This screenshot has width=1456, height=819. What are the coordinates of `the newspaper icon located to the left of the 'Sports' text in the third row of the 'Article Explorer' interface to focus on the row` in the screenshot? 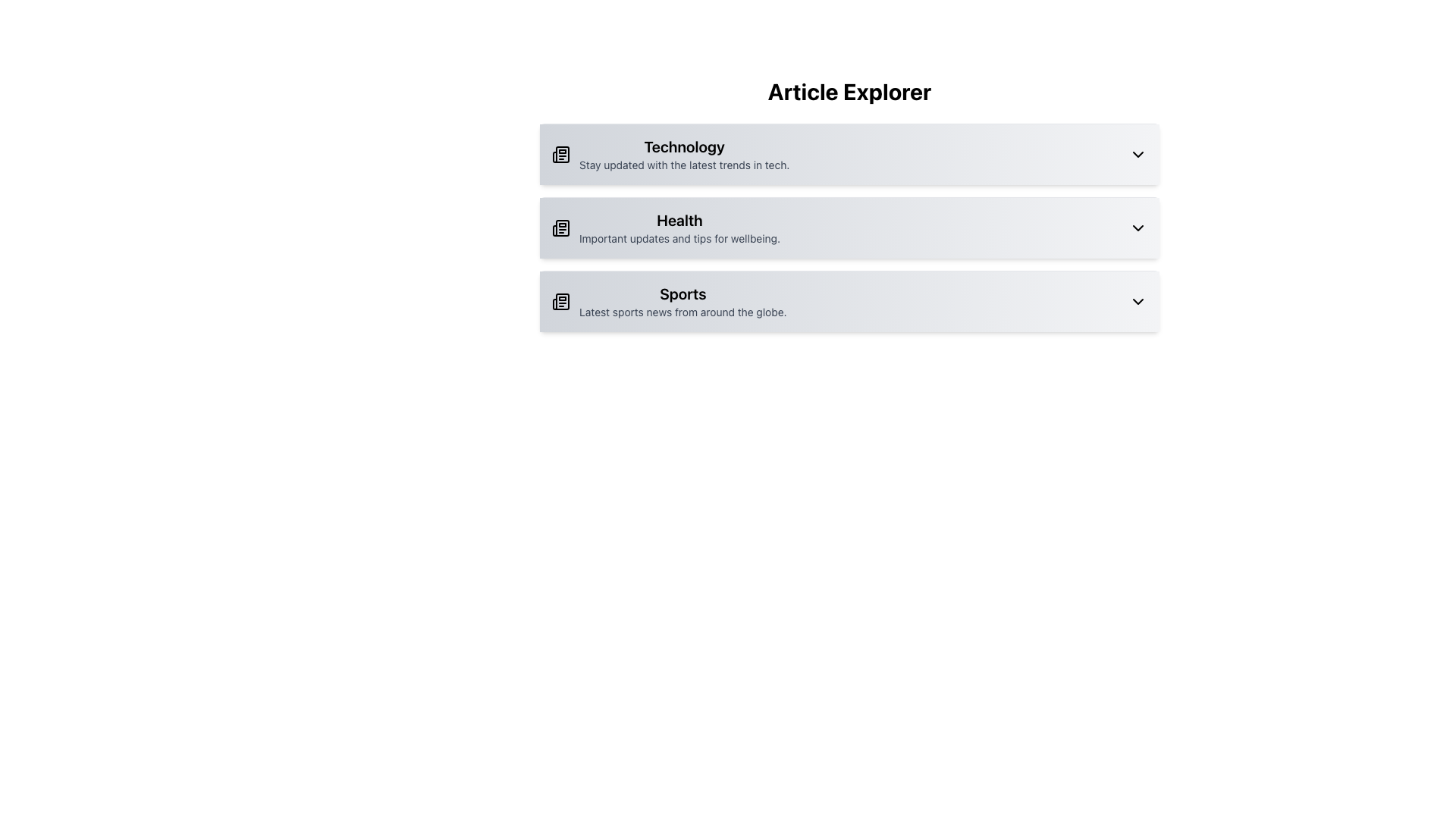 It's located at (560, 301).